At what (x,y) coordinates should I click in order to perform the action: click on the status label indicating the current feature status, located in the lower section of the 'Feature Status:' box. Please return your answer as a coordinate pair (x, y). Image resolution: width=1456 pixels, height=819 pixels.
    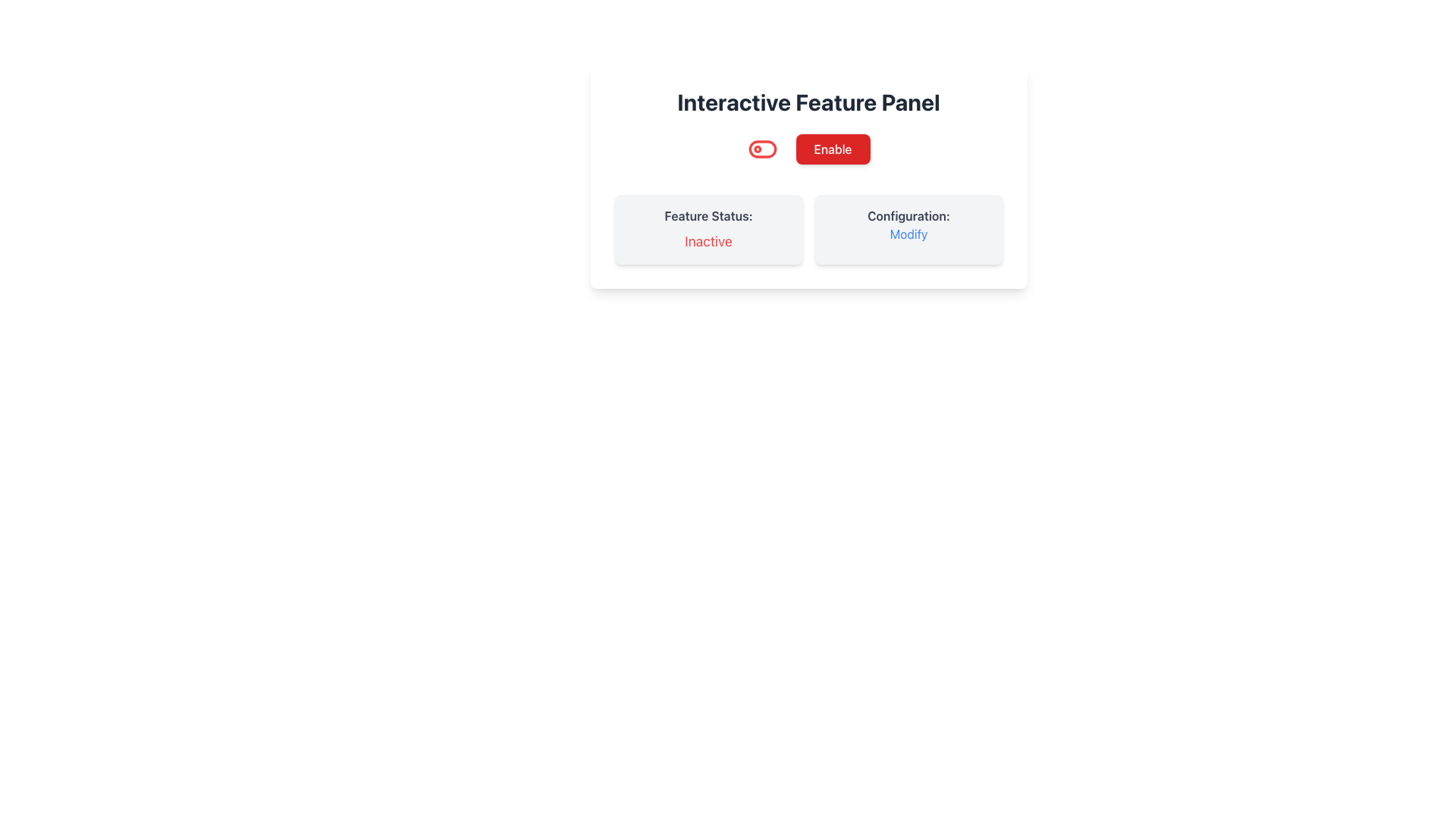
    Looking at the image, I should click on (708, 241).